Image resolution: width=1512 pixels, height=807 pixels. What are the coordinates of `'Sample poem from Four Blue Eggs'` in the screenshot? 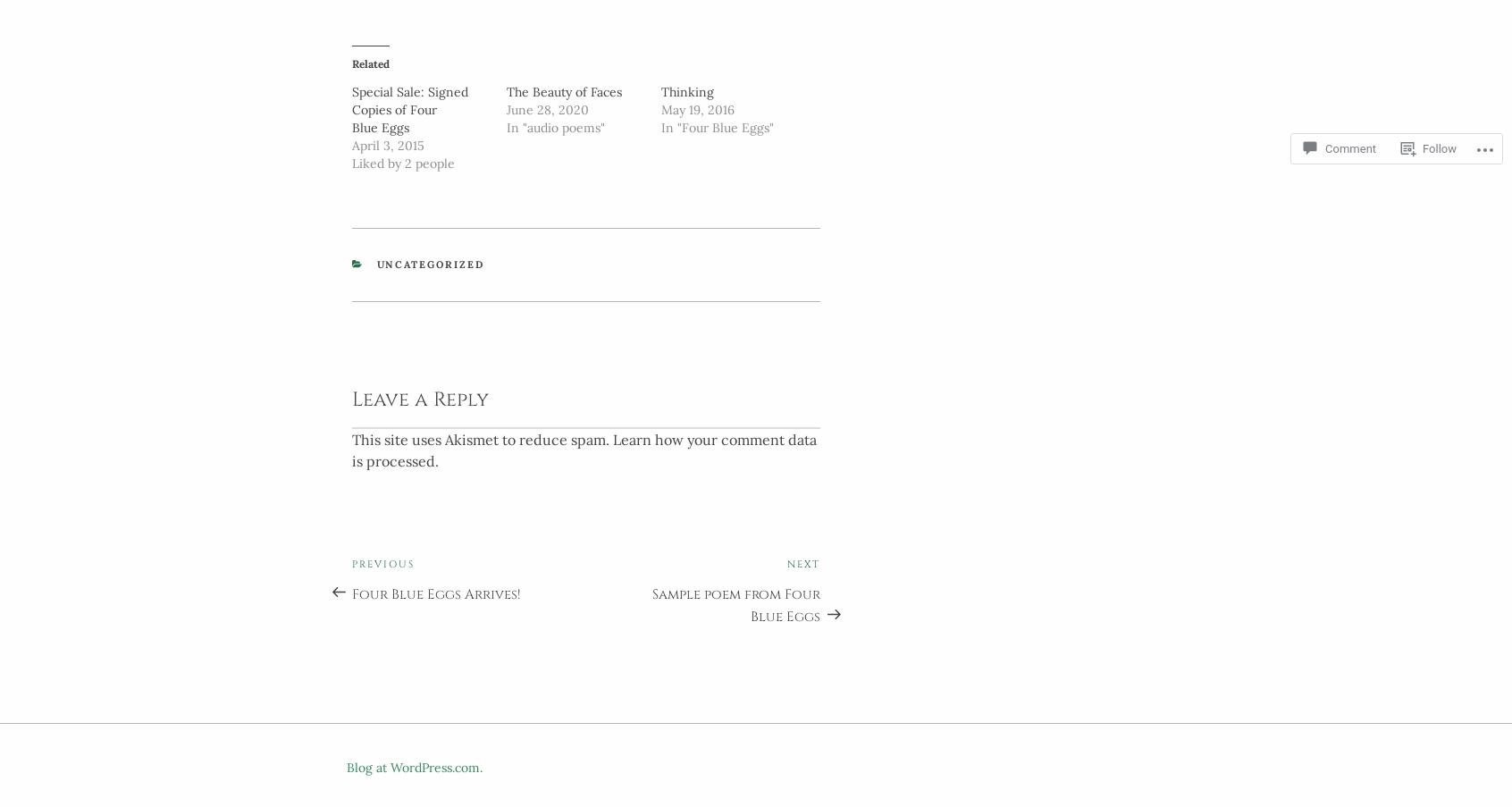 It's located at (736, 600).